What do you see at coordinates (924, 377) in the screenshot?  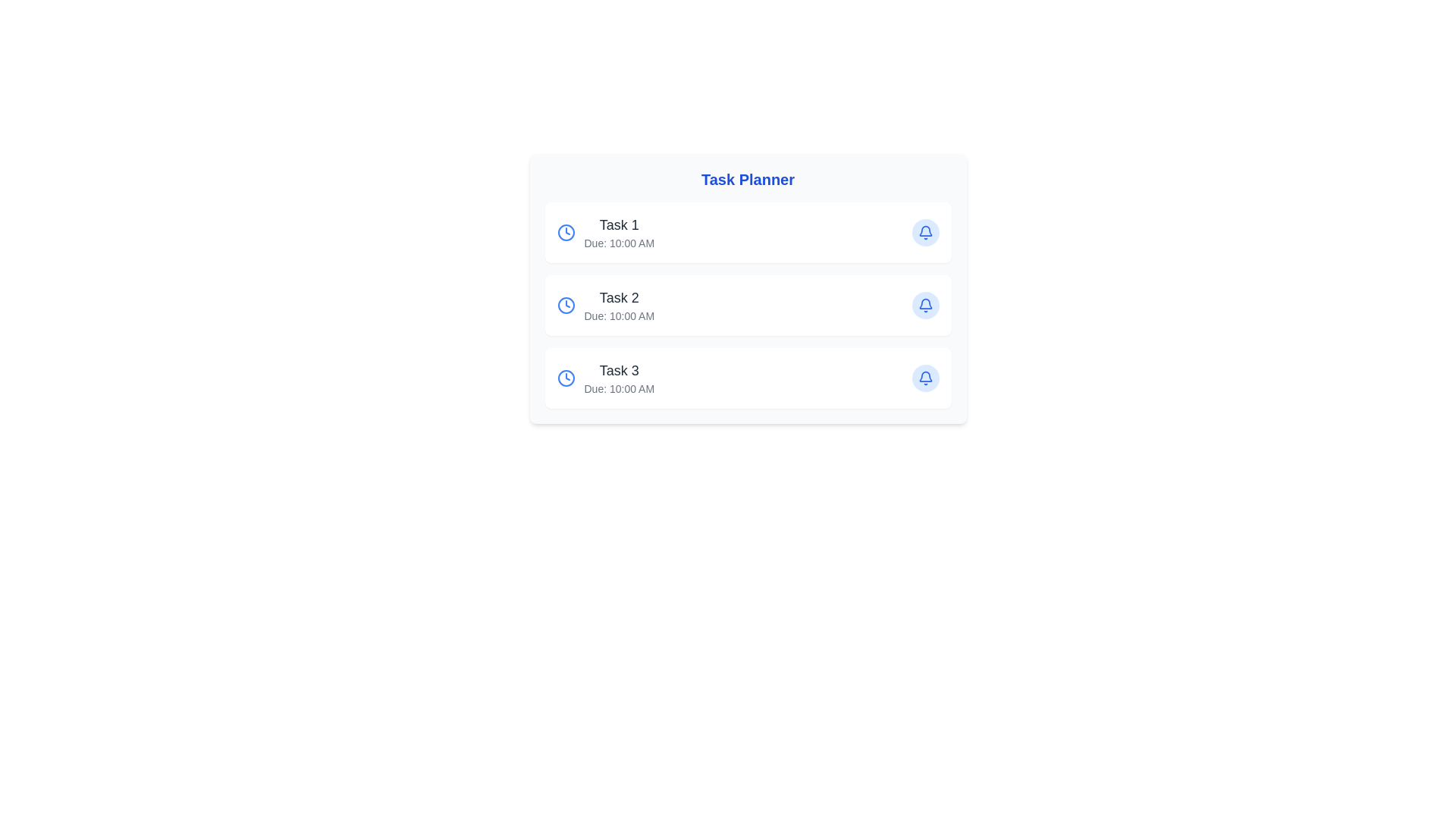 I see `the circular button with a blue bell icon located on the rightmost side of the 'Task 3' card in the task planner interface` at bounding box center [924, 377].